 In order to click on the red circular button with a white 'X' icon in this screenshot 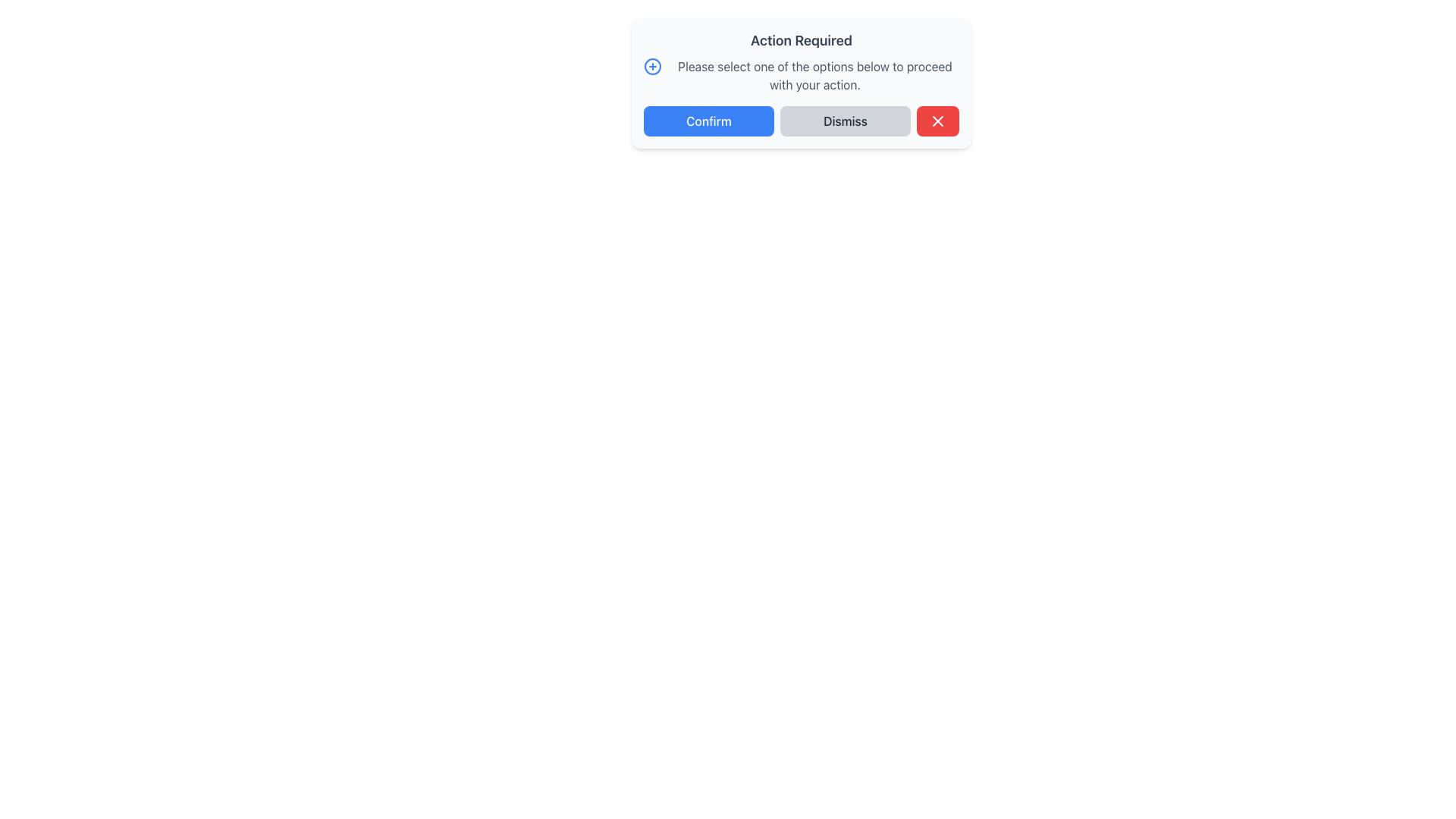, I will do `click(937, 120)`.